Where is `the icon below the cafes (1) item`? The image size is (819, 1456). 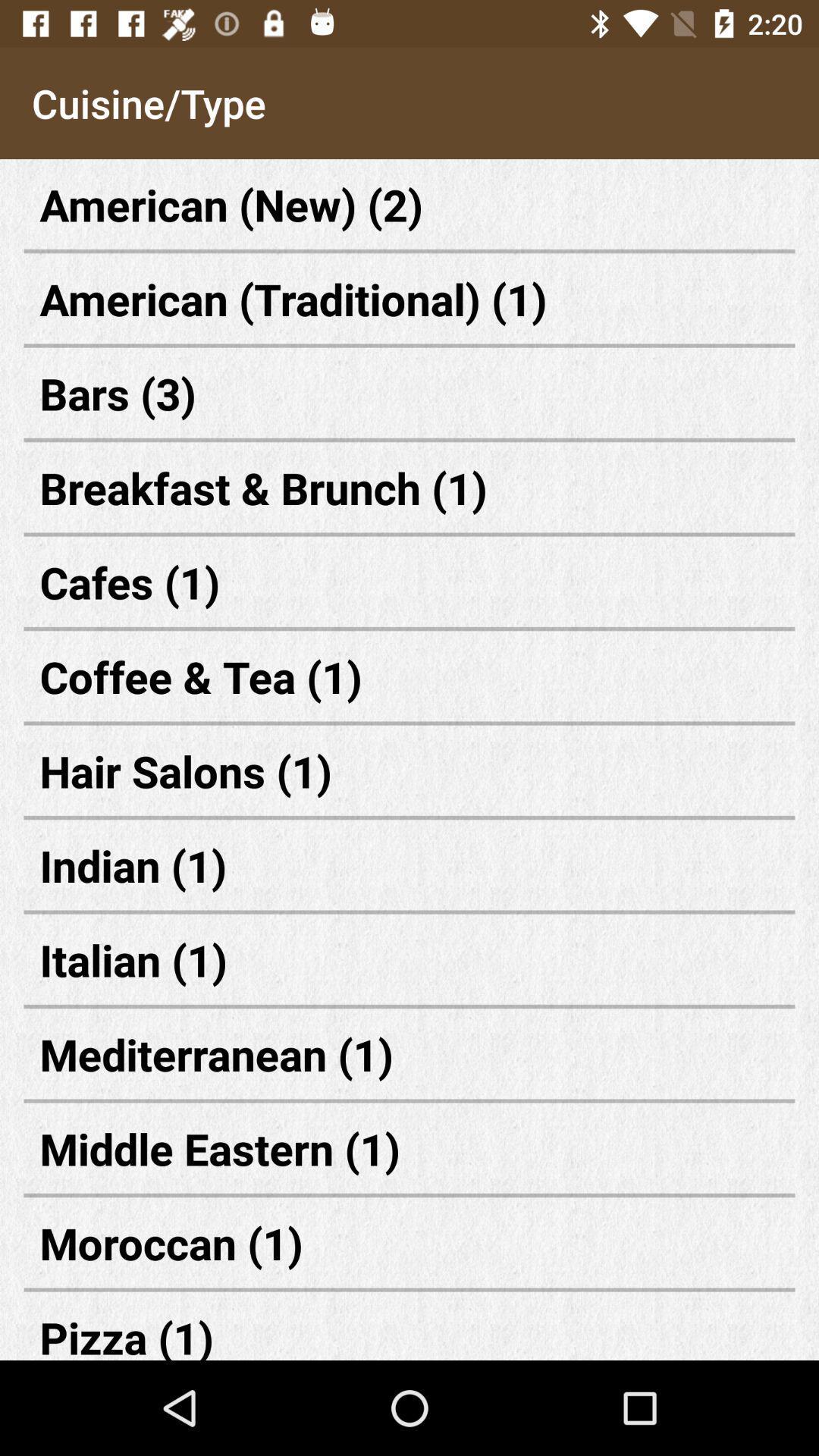 the icon below the cafes (1) item is located at coordinates (409, 676).